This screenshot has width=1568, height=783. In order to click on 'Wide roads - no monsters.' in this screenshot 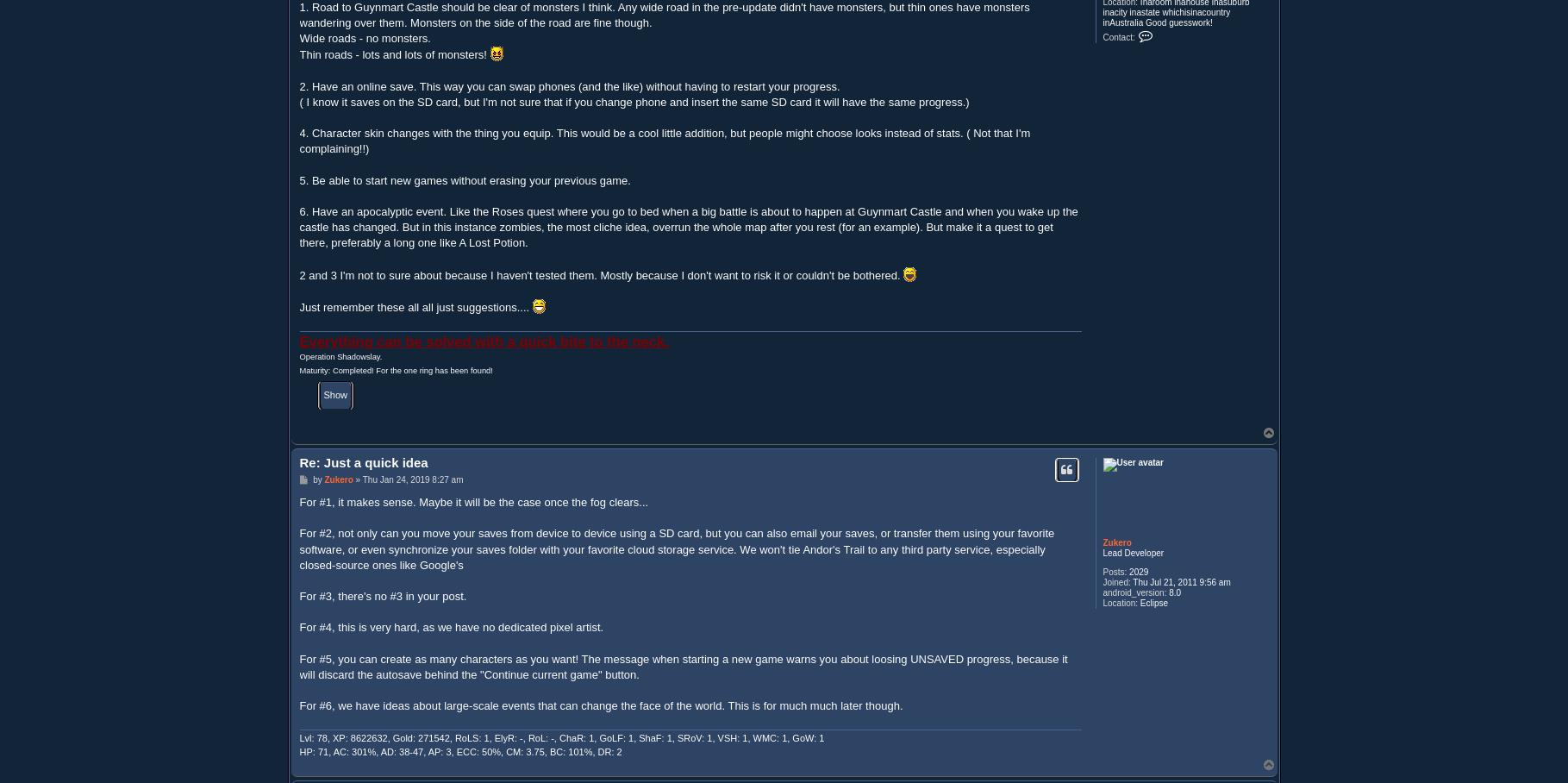, I will do `click(364, 37)`.